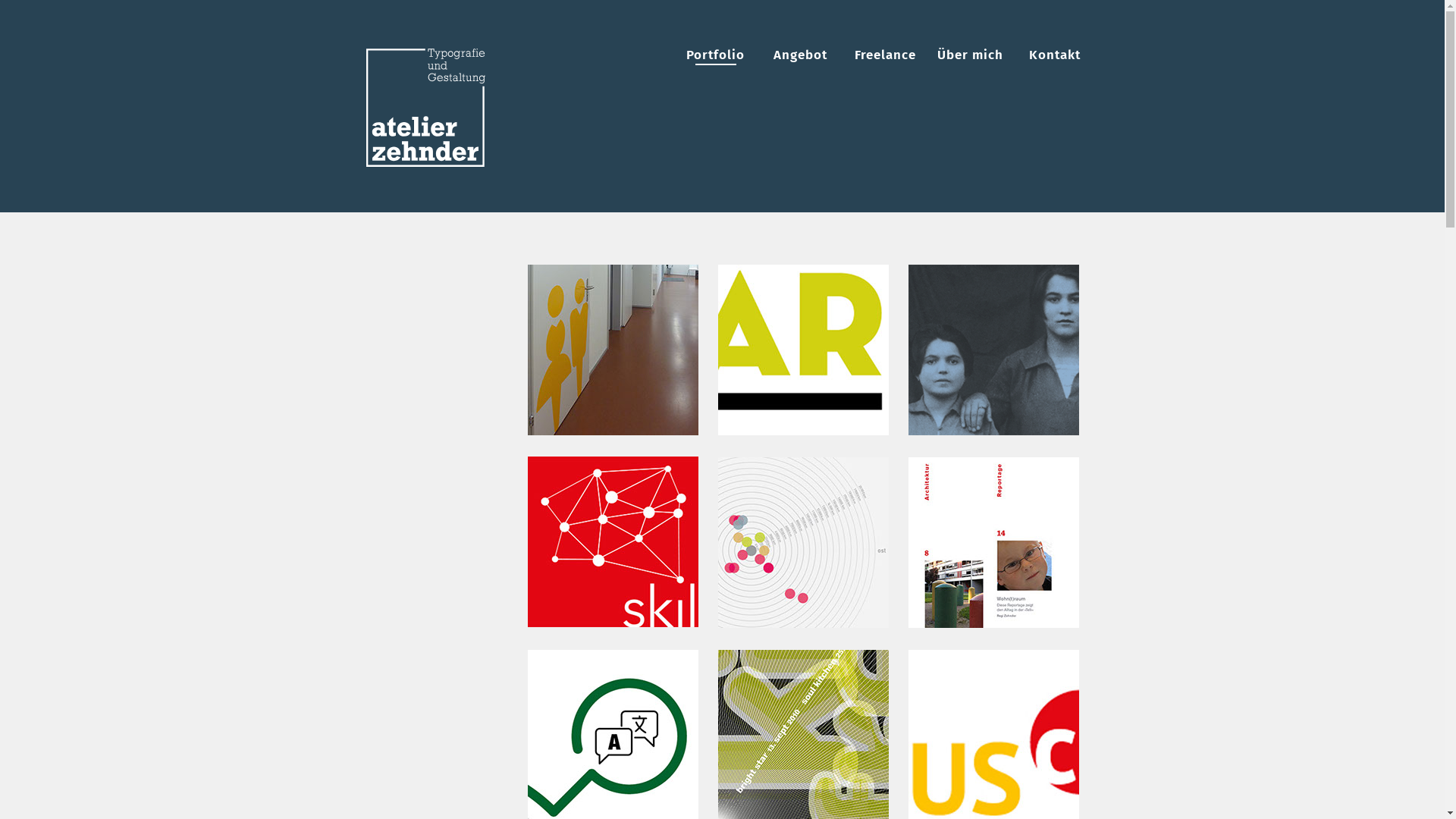 This screenshot has height=819, width=1456. Describe the element at coordinates (799, 54) in the screenshot. I see `'Angebot'` at that location.